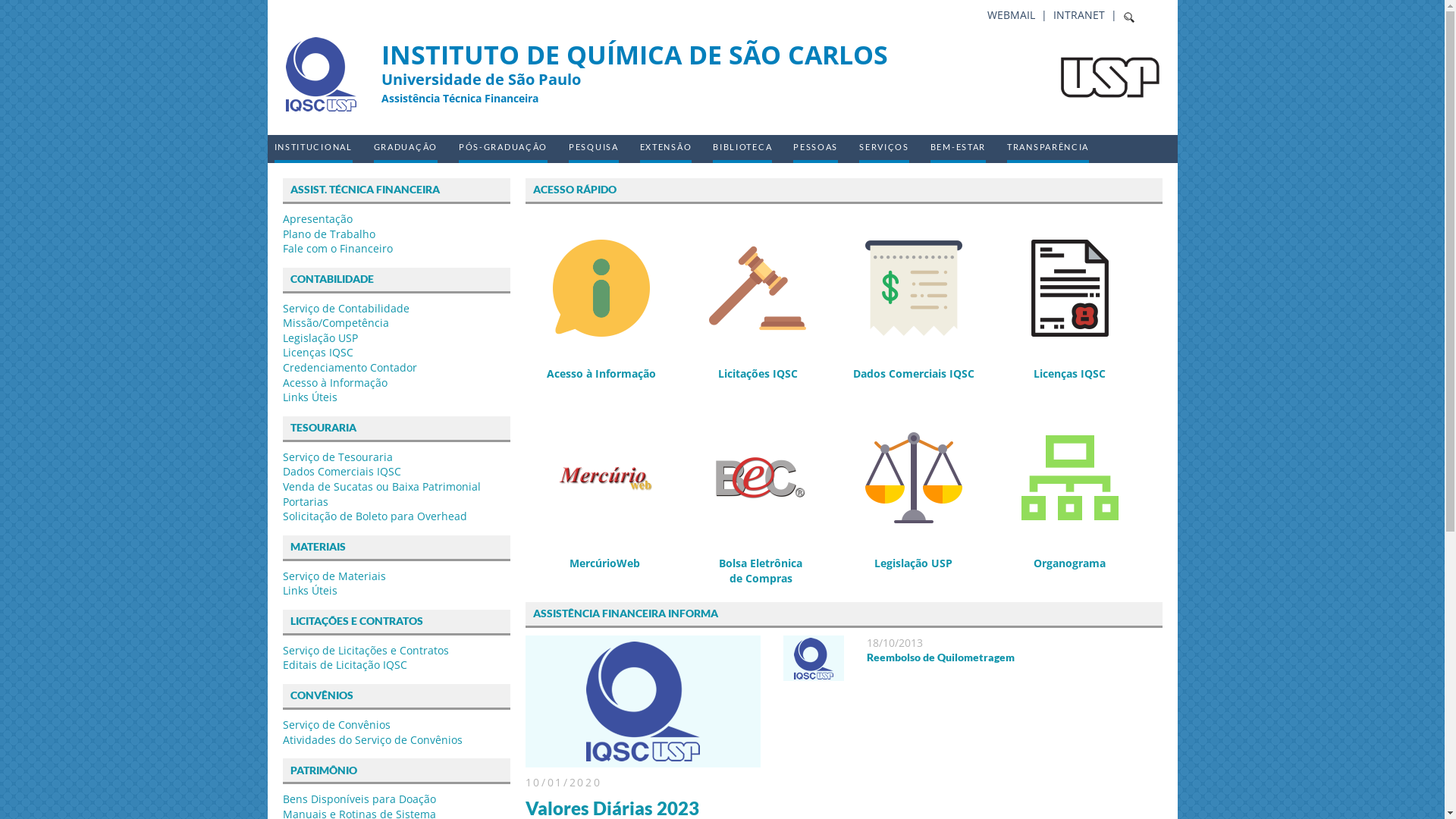 The width and height of the screenshot is (1456, 819). I want to click on 'Venda de Sucatas ou Baixa Patrimonial', so click(381, 486).